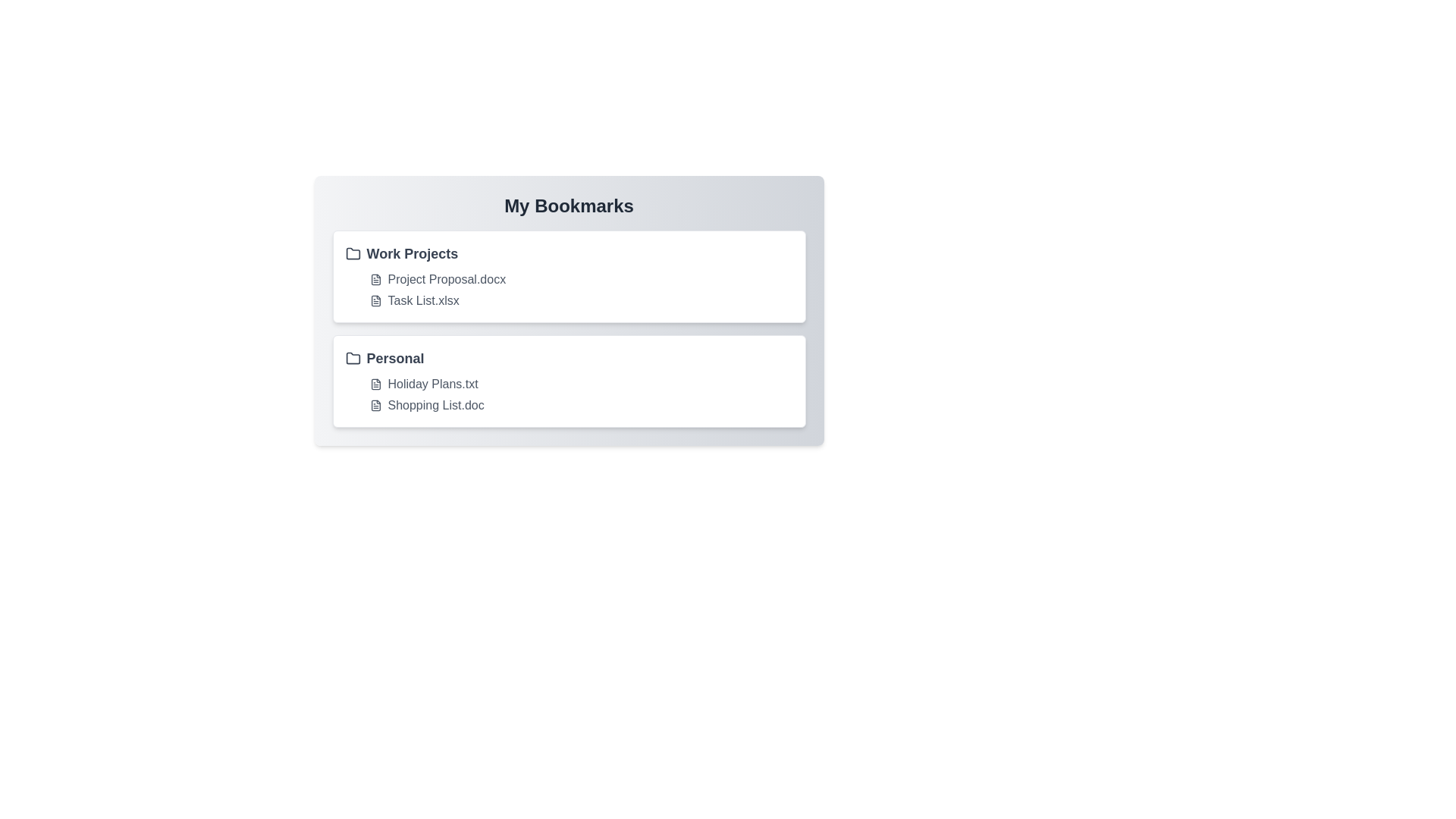  Describe the element at coordinates (375, 301) in the screenshot. I see `the document icon in the 'My Bookmarks' interface, which is represented as a rectangular sheet with a folded corner at the top-right, to interpret it as a file indicator` at that location.